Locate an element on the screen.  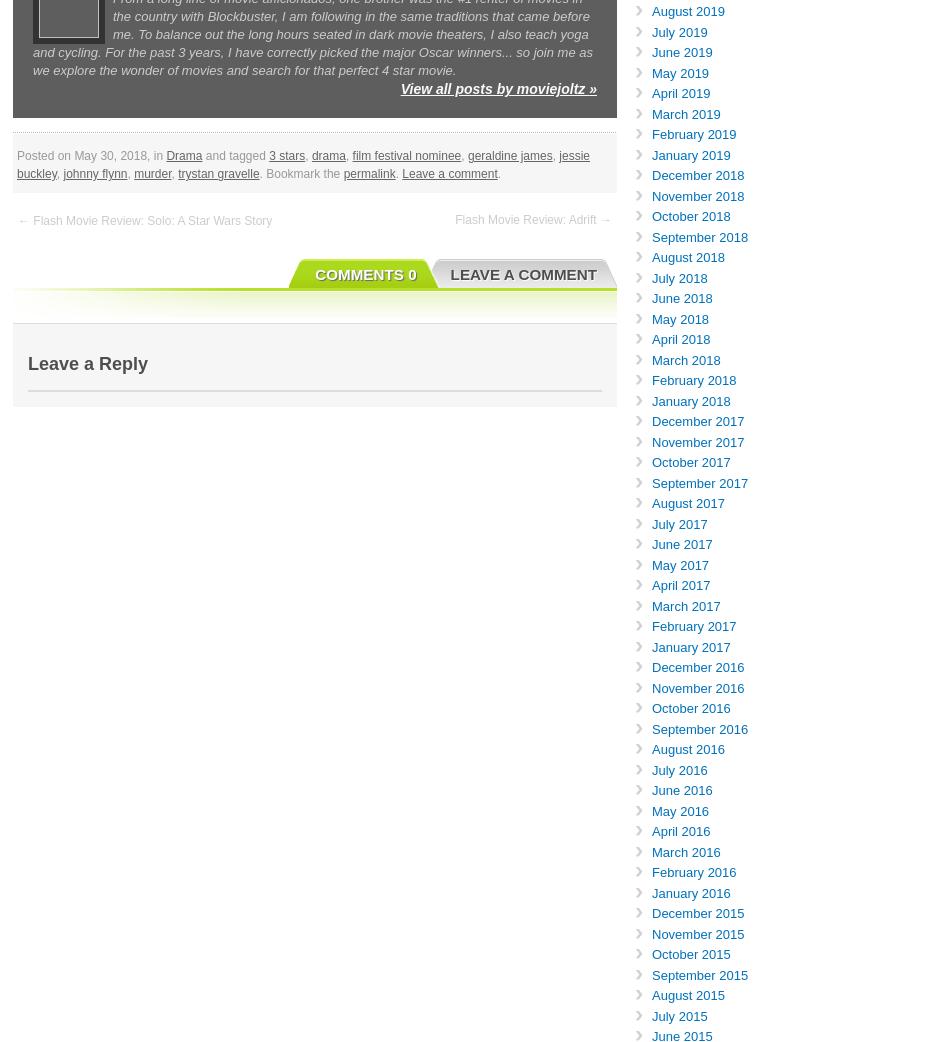
'October 2017' is located at coordinates (689, 462).